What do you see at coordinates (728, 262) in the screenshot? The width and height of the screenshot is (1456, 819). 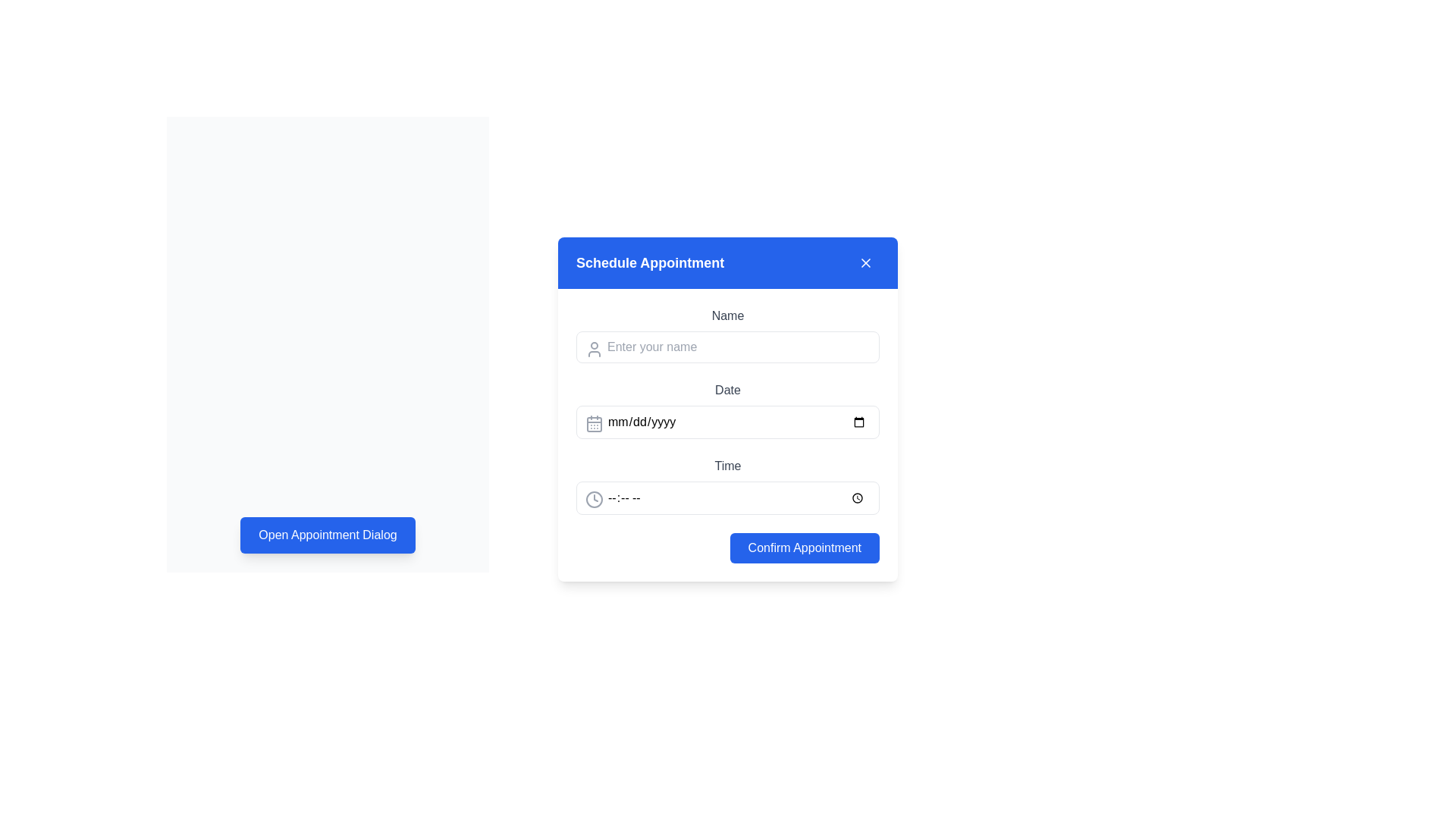 I see `the modal by the header with title and close button` at bounding box center [728, 262].